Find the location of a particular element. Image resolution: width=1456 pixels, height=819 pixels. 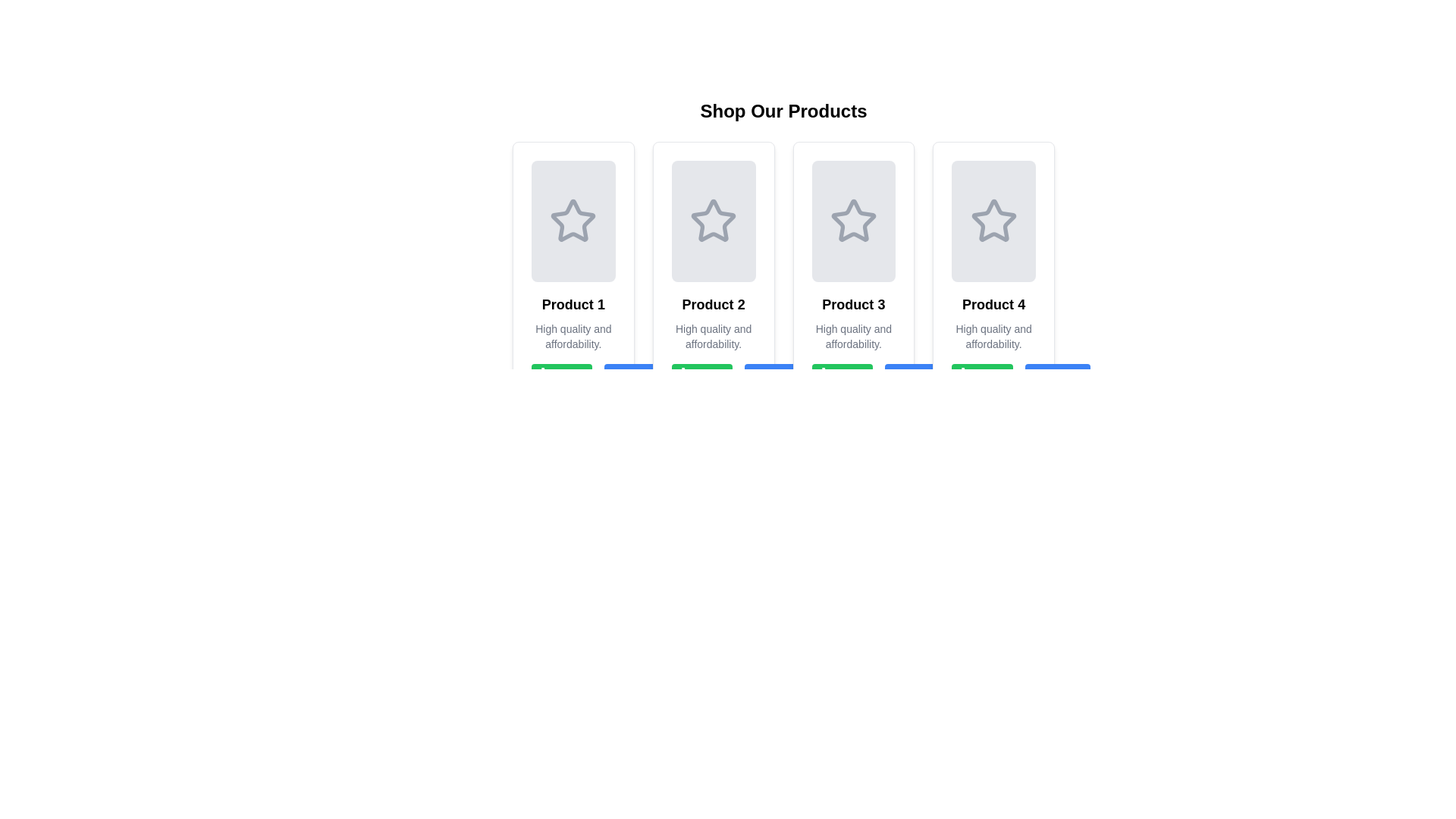

the eye icon to the left of the text 'View' within the button located in the bottom section of the first product card on the left is located at coordinates (623, 375).